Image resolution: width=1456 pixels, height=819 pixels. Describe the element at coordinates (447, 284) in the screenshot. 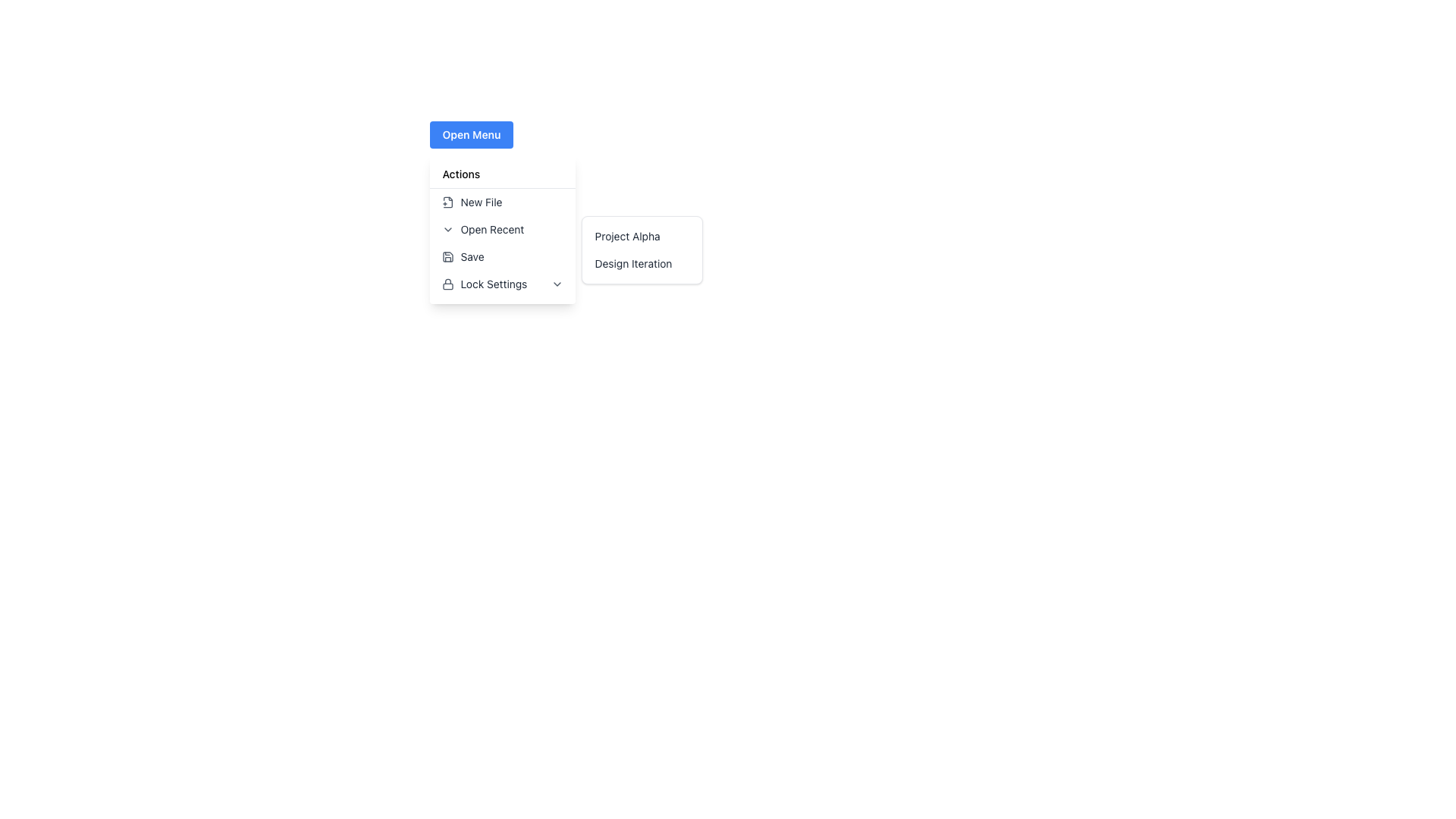

I see `the decorative icon representing the 'Lock Settings' option in the dropdown menu adjacent to the text item` at that location.